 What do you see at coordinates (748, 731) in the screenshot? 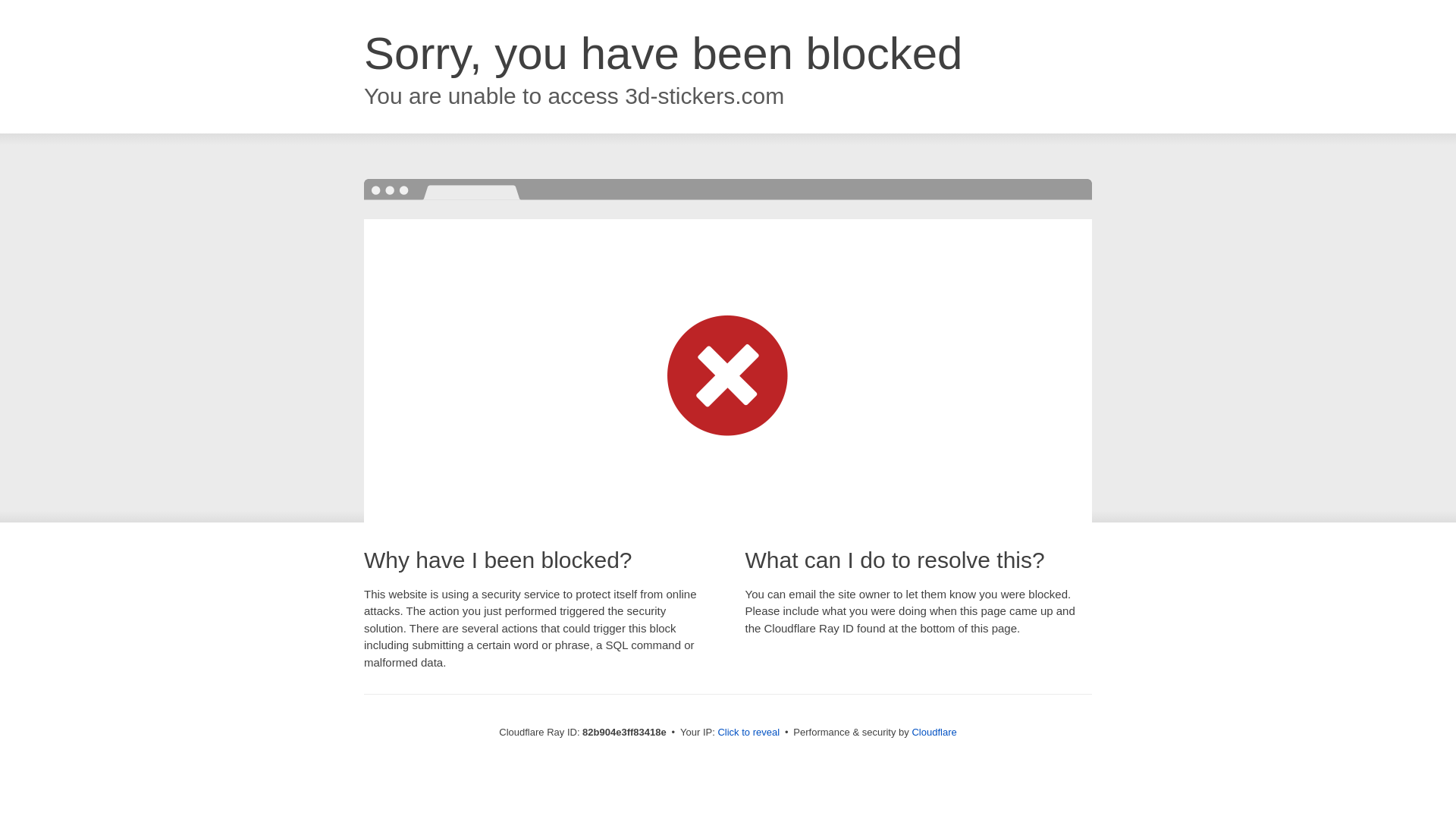
I see `'Click to reveal'` at bounding box center [748, 731].